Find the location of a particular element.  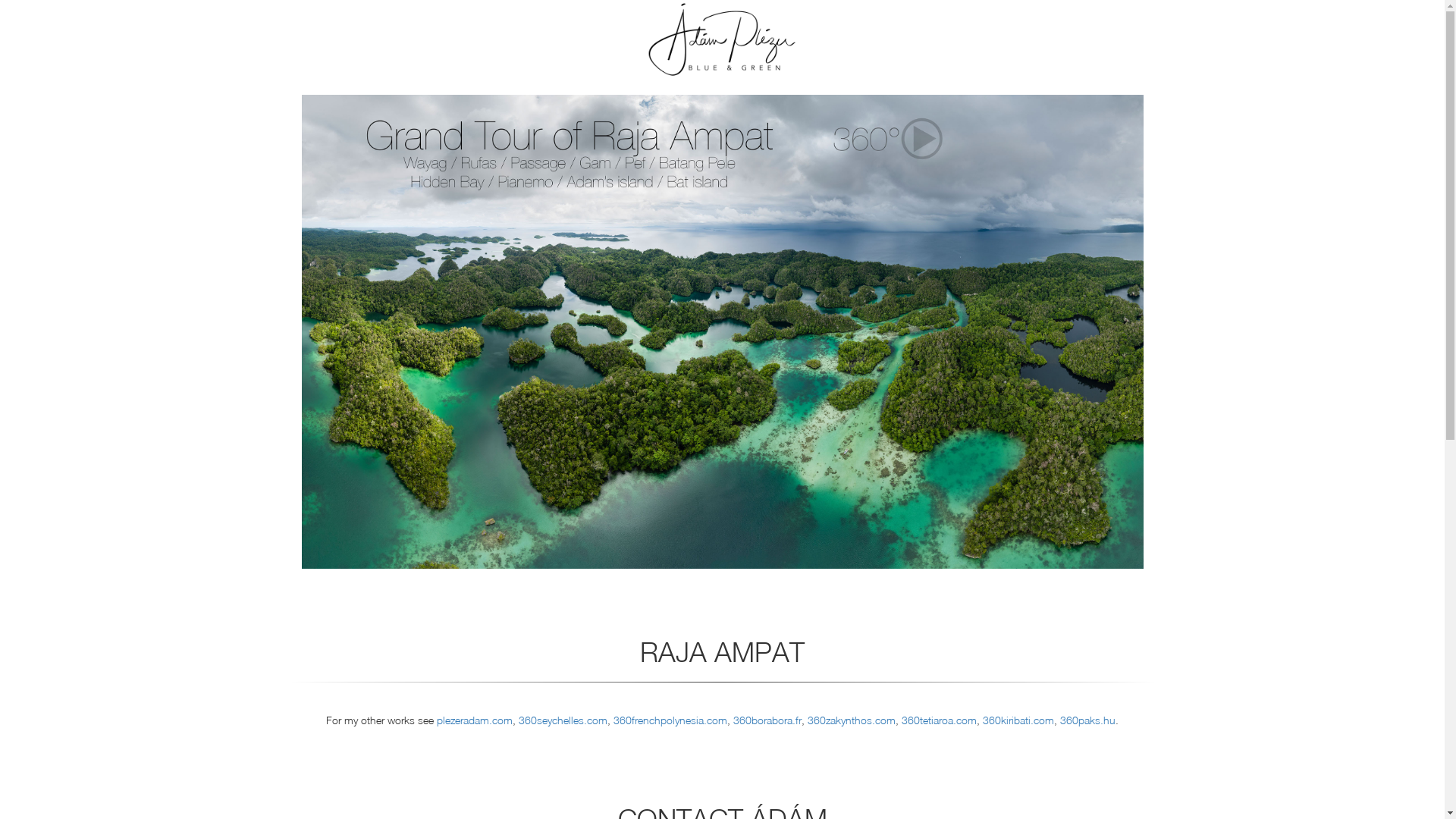

'360seychelles.com' is located at coordinates (562, 719).